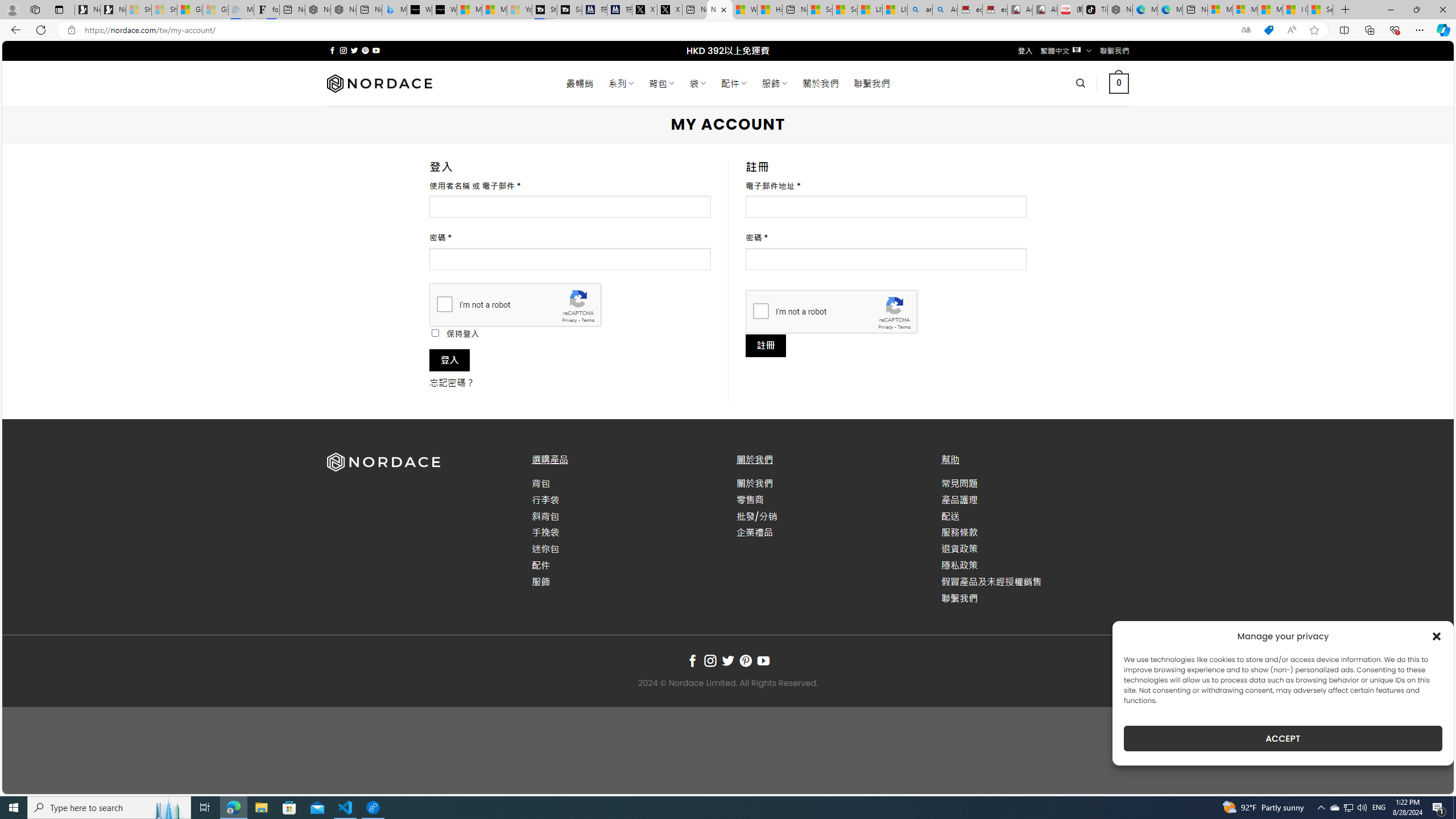 Image resolution: width=1456 pixels, height=819 pixels. Describe the element at coordinates (760, 310) in the screenshot. I see `'I'` at that location.